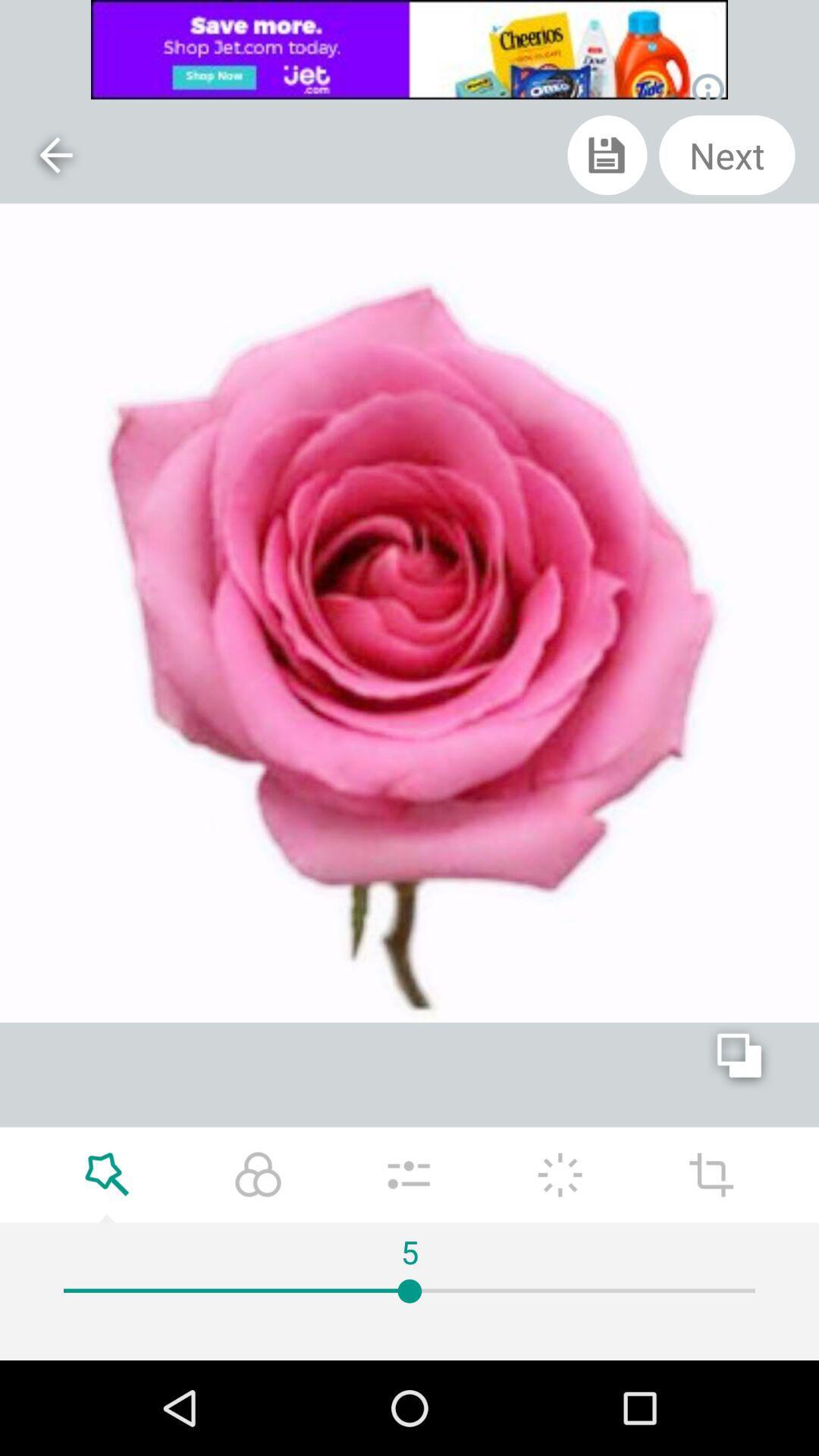 The height and width of the screenshot is (1456, 819). What do you see at coordinates (408, 1174) in the screenshot?
I see `options` at bounding box center [408, 1174].